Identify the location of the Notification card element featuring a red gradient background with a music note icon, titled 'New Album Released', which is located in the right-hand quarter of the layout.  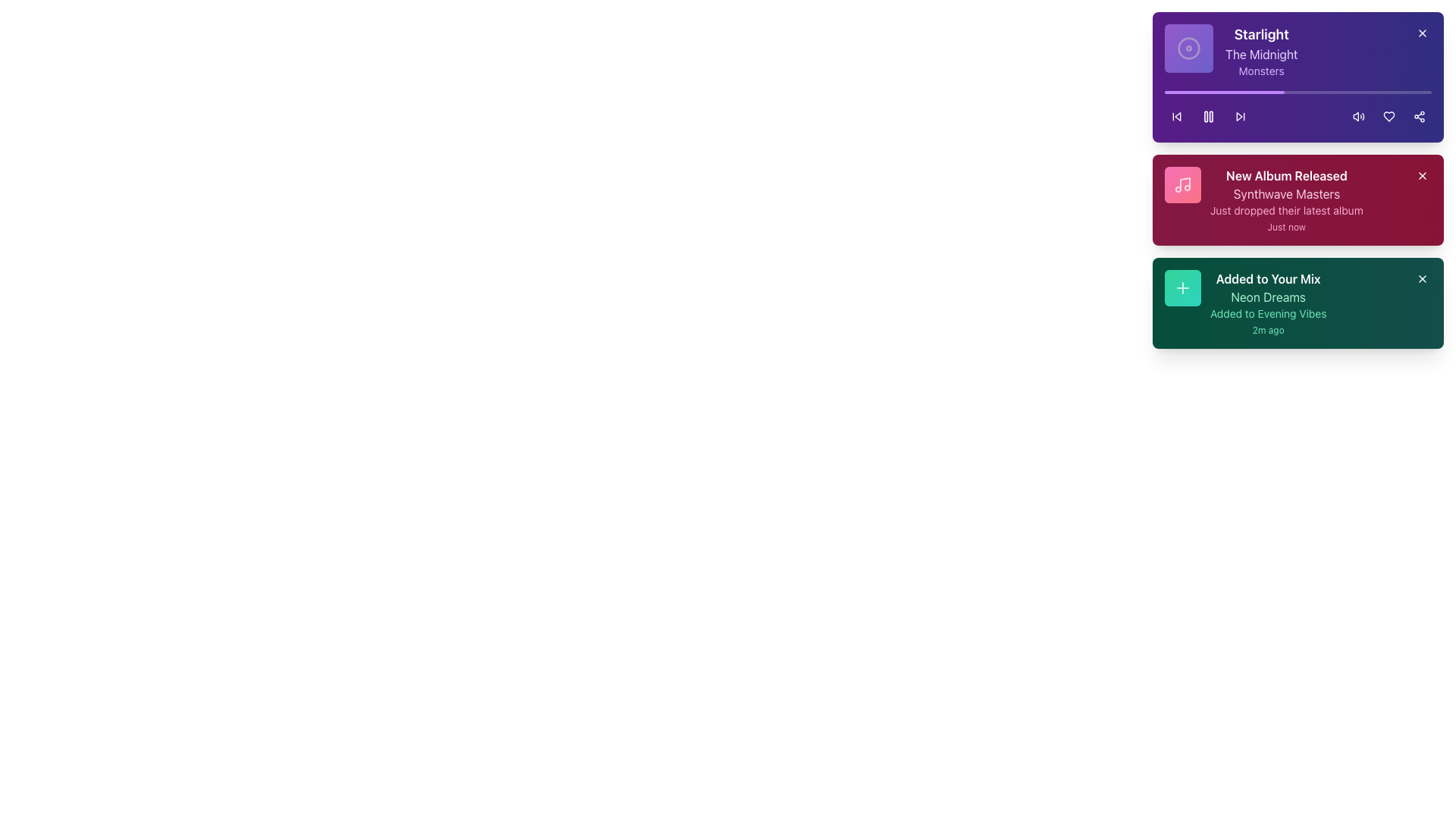
(1298, 199).